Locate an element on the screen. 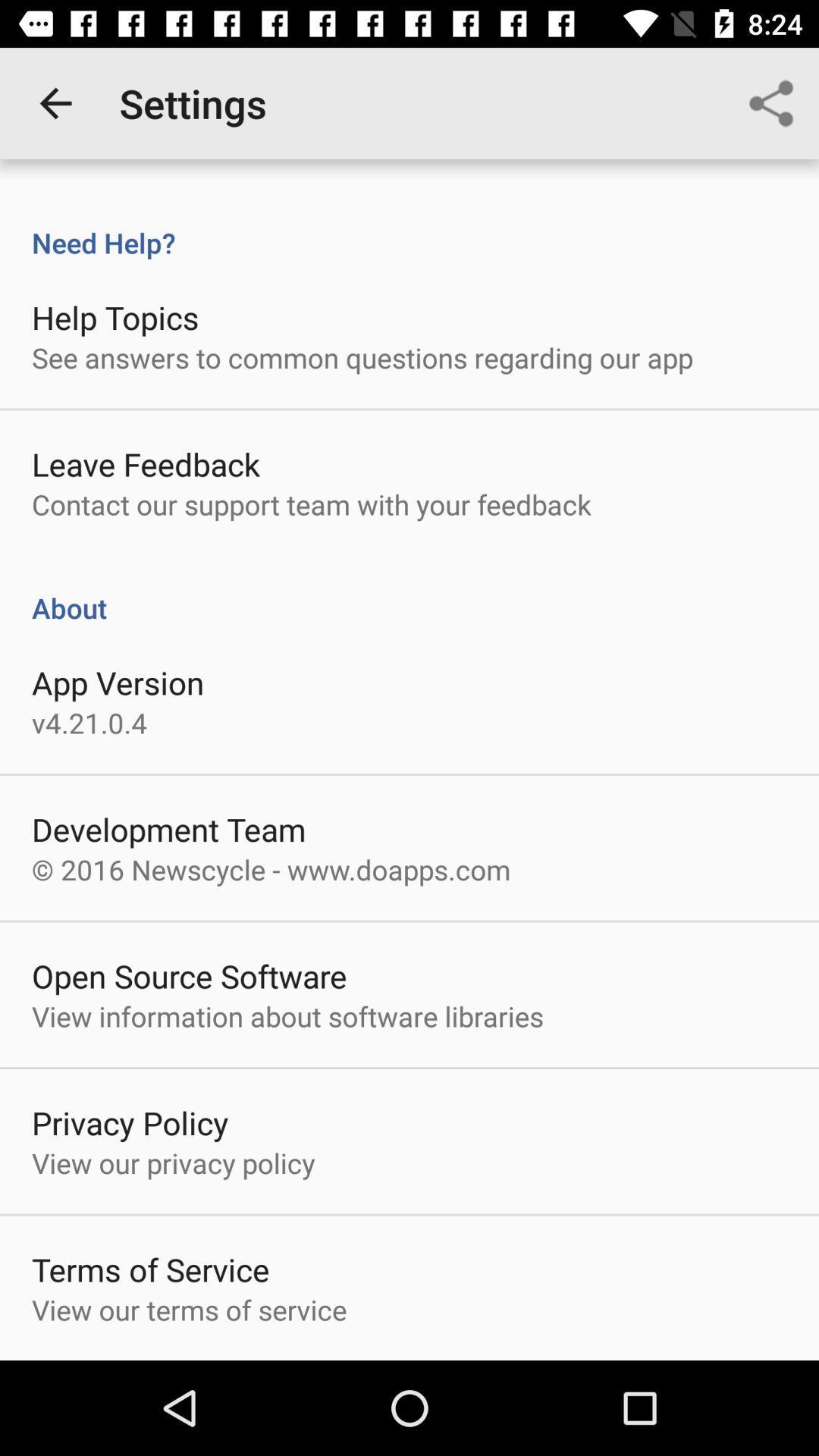  the icon to the left of the settings is located at coordinates (55, 102).